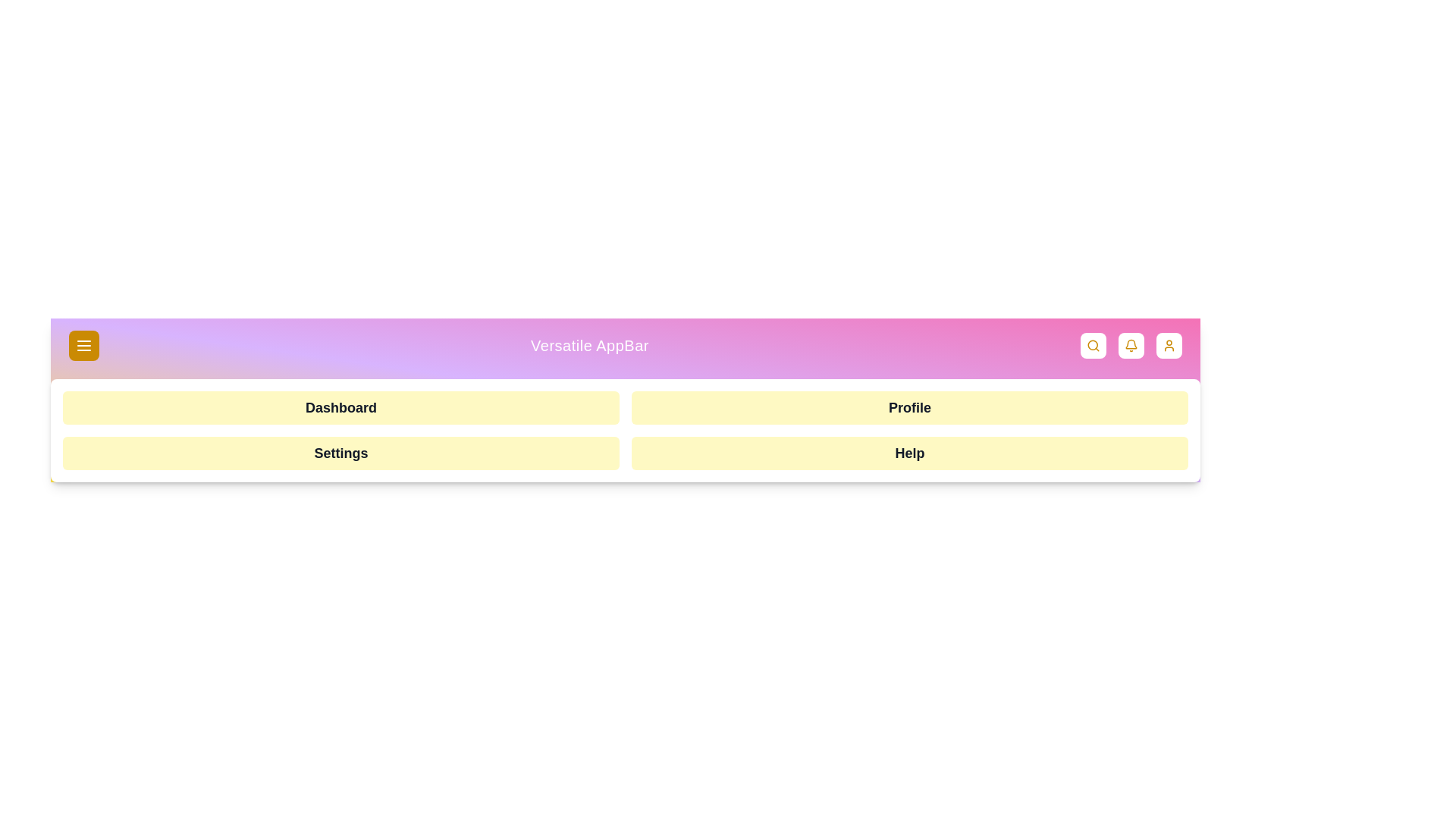 The width and height of the screenshot is (1456, 819). Describe the element at coordinates (340, 452) in the screenshot. I see `the 'Settings' option in the navigation menu` at that location.